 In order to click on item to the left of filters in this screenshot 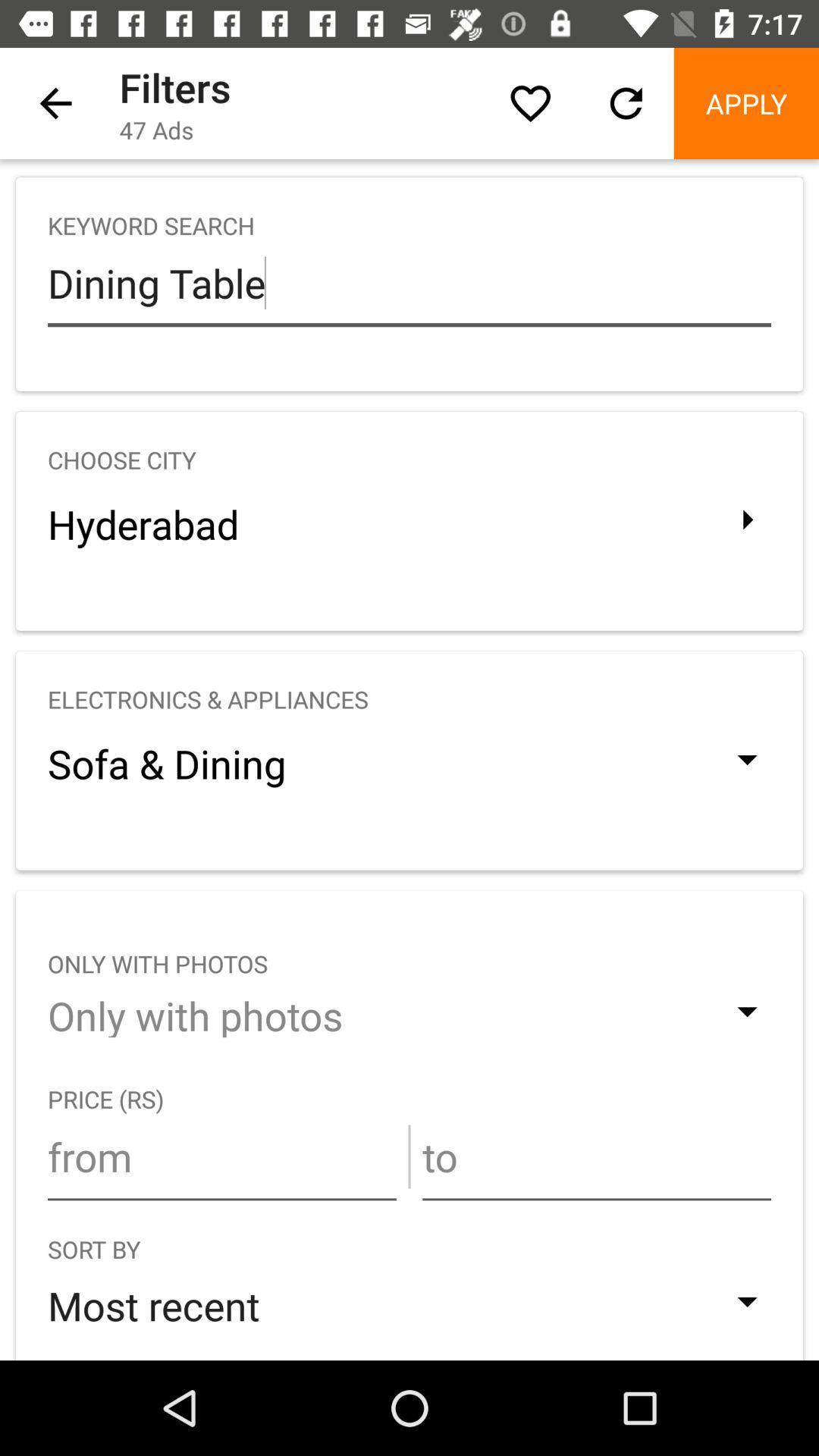, I will do `click(55, 102)`.